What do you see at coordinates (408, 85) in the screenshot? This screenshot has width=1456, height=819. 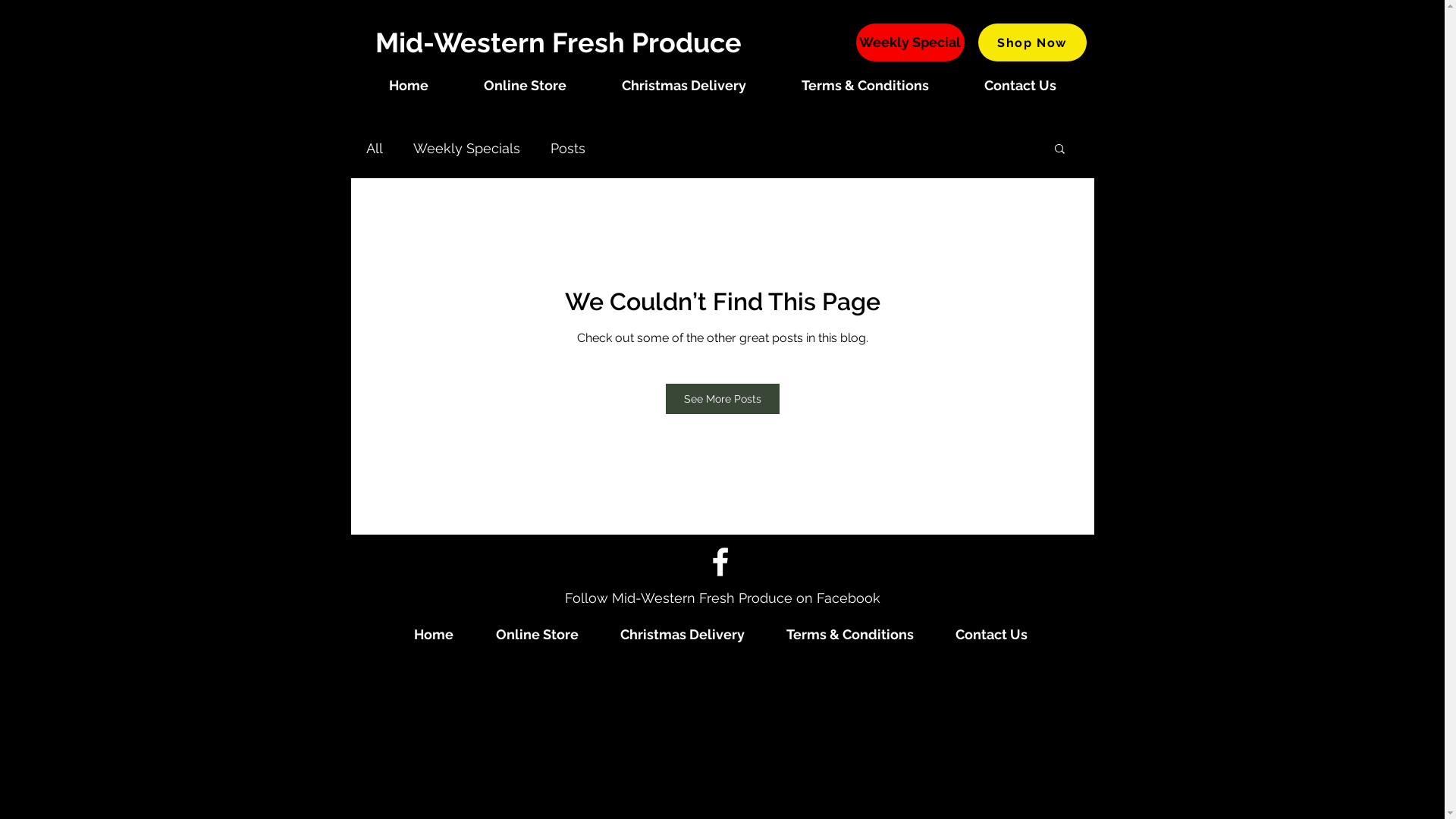 I see `'Home'` at bounding box center [408, 85].